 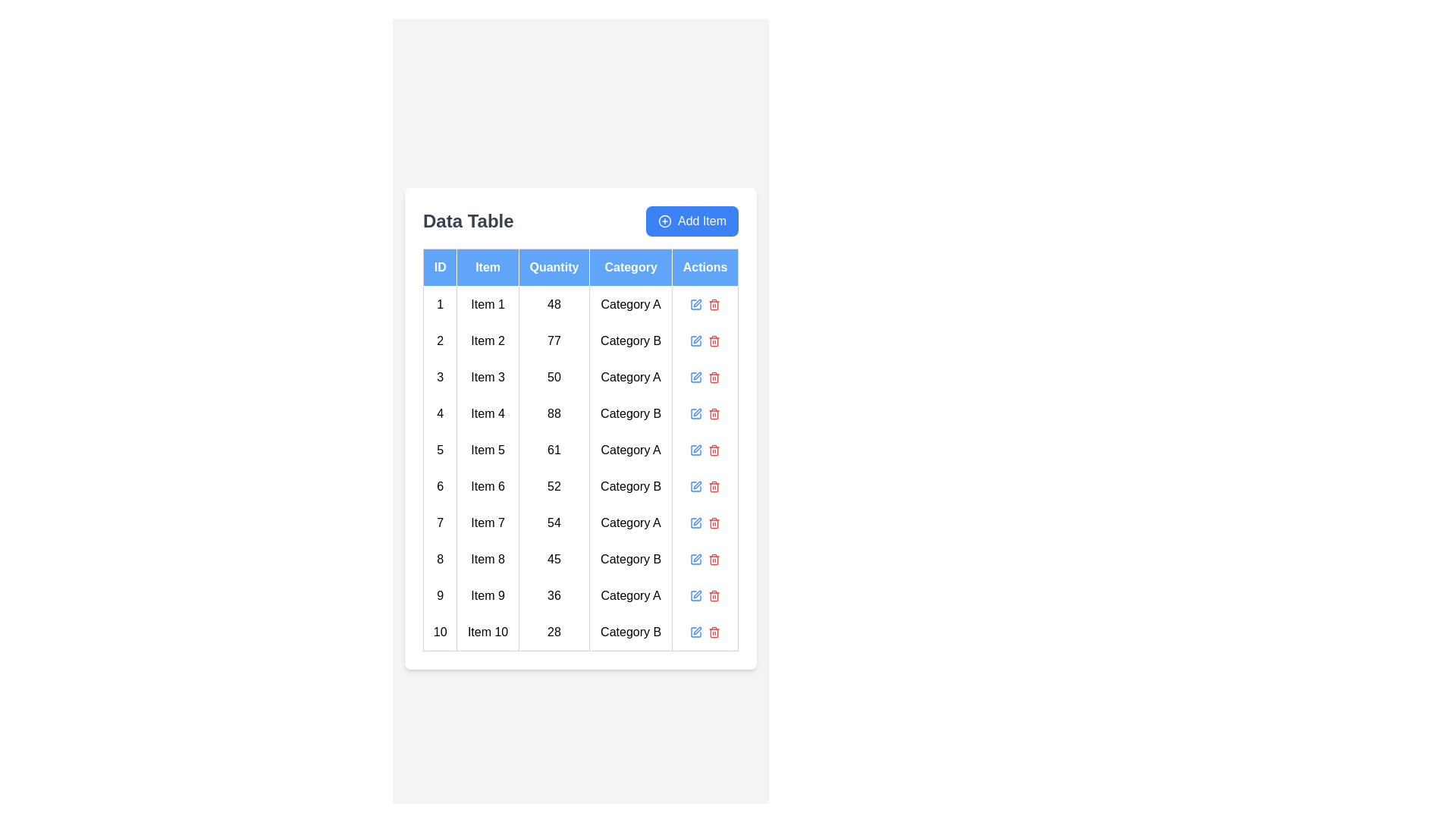 What do you see at coordinates (488, 376) in the screenshot?
I see `text displayed in the 'Item 3' text label located in the third row of the data table` at bounding box center [488, 376].